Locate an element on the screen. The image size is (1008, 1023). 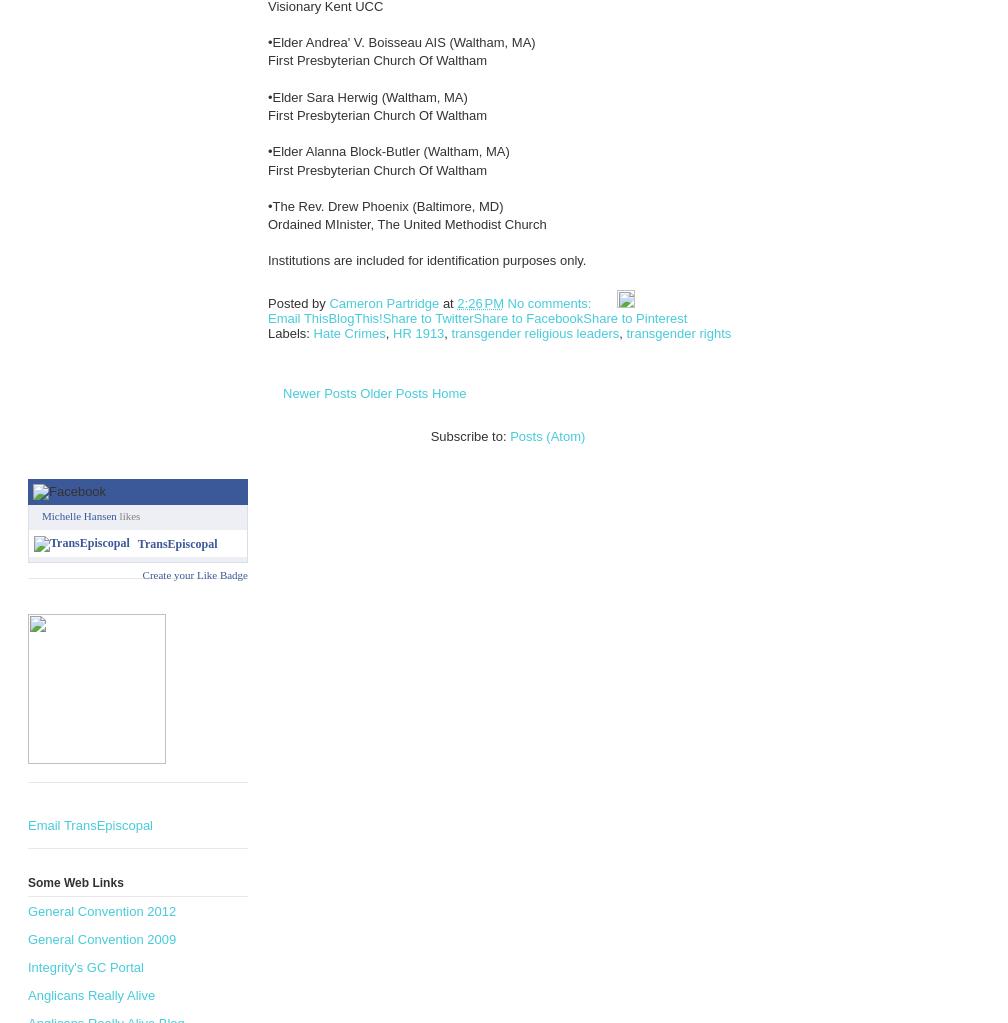
'Institutions are included for identification purposes only.' is located at coordinates (426, 260).